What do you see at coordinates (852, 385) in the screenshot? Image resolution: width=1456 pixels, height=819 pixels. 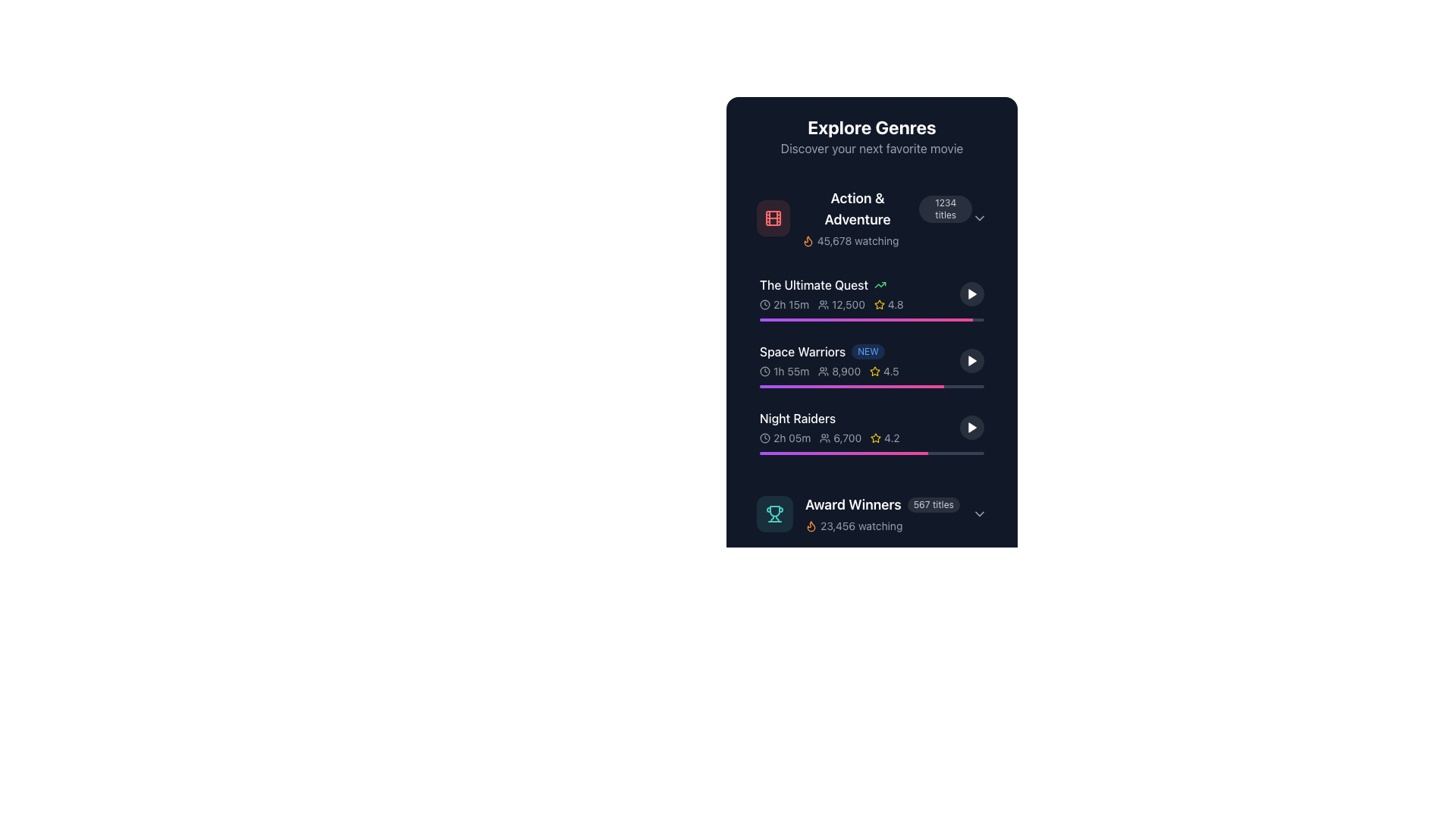 I see `the filled portion of the progress bar segment represented by a gradient from purple to pink, located under the 'Space Warriors' list entry, which indicates an 82% completion` at bounding box center [852, 385].